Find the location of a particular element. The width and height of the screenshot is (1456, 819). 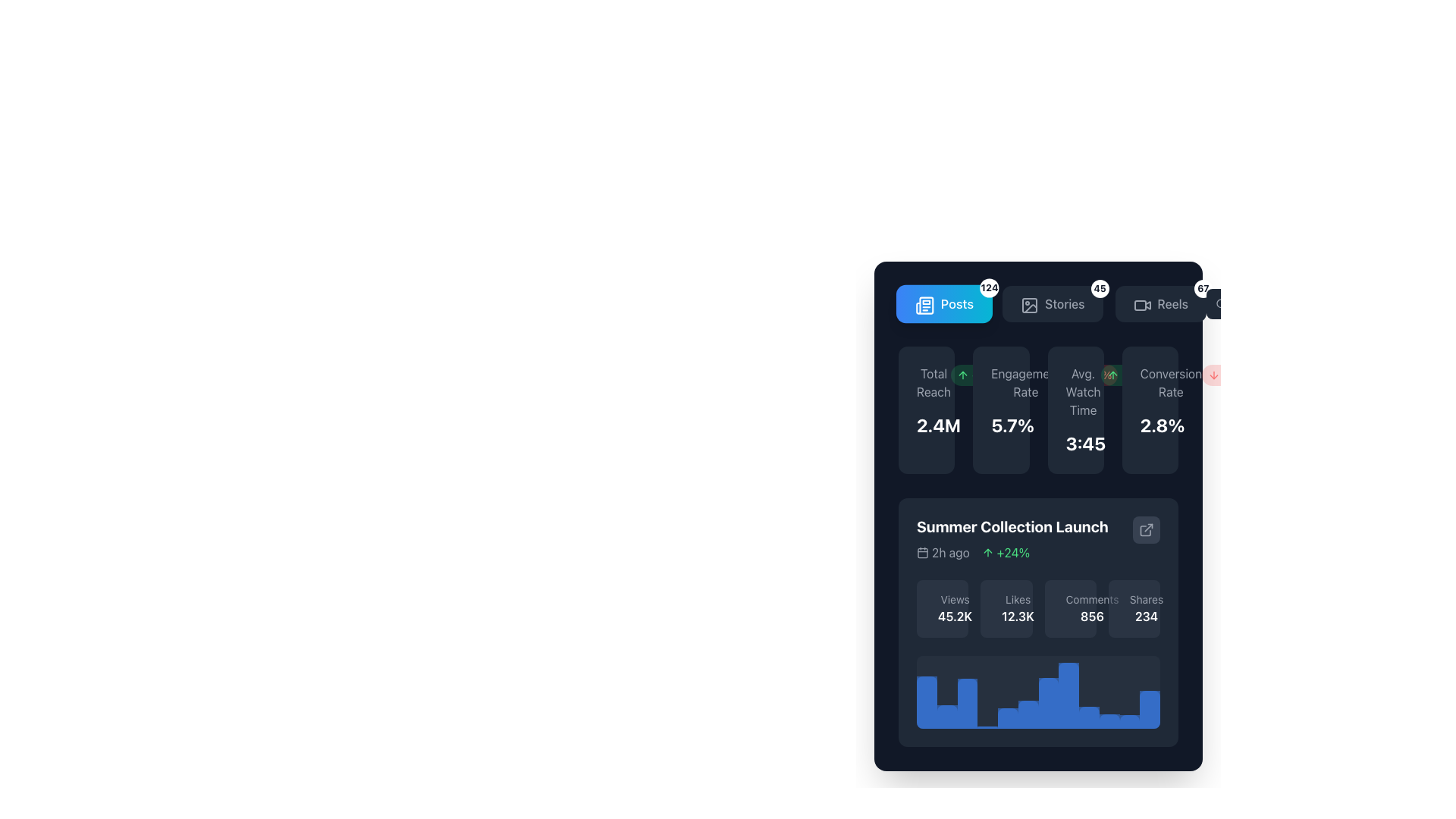

the 'Stories' button, which features a picture frame icon and a badge displaying '45' is located at coordinates (1037, 304).